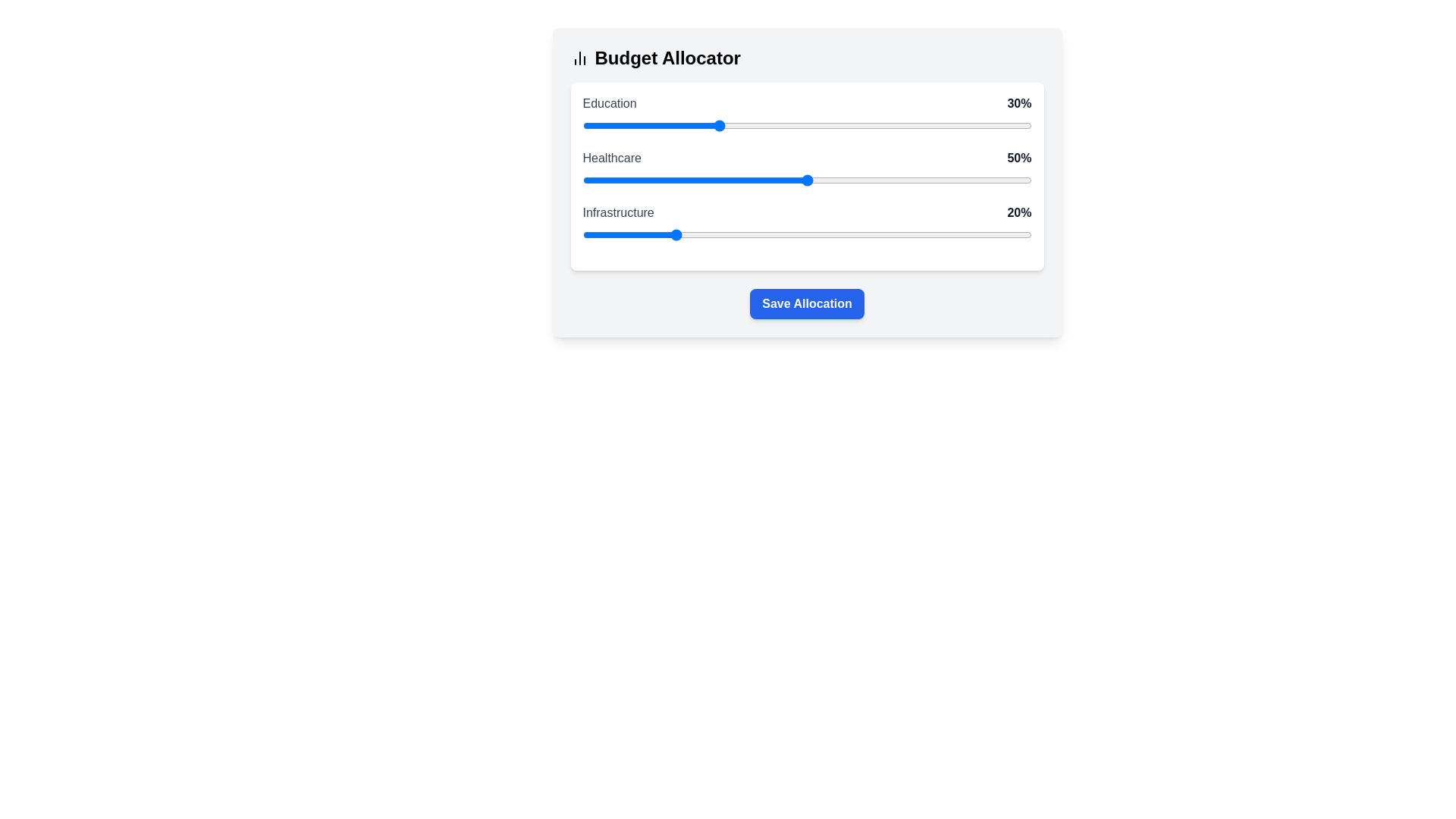 This screenshot has width=1456, height=819. What do you see at coordinates (811, 234) in the screenshot?
I see `infrastructure allocation` at bounding box center [811, 234].